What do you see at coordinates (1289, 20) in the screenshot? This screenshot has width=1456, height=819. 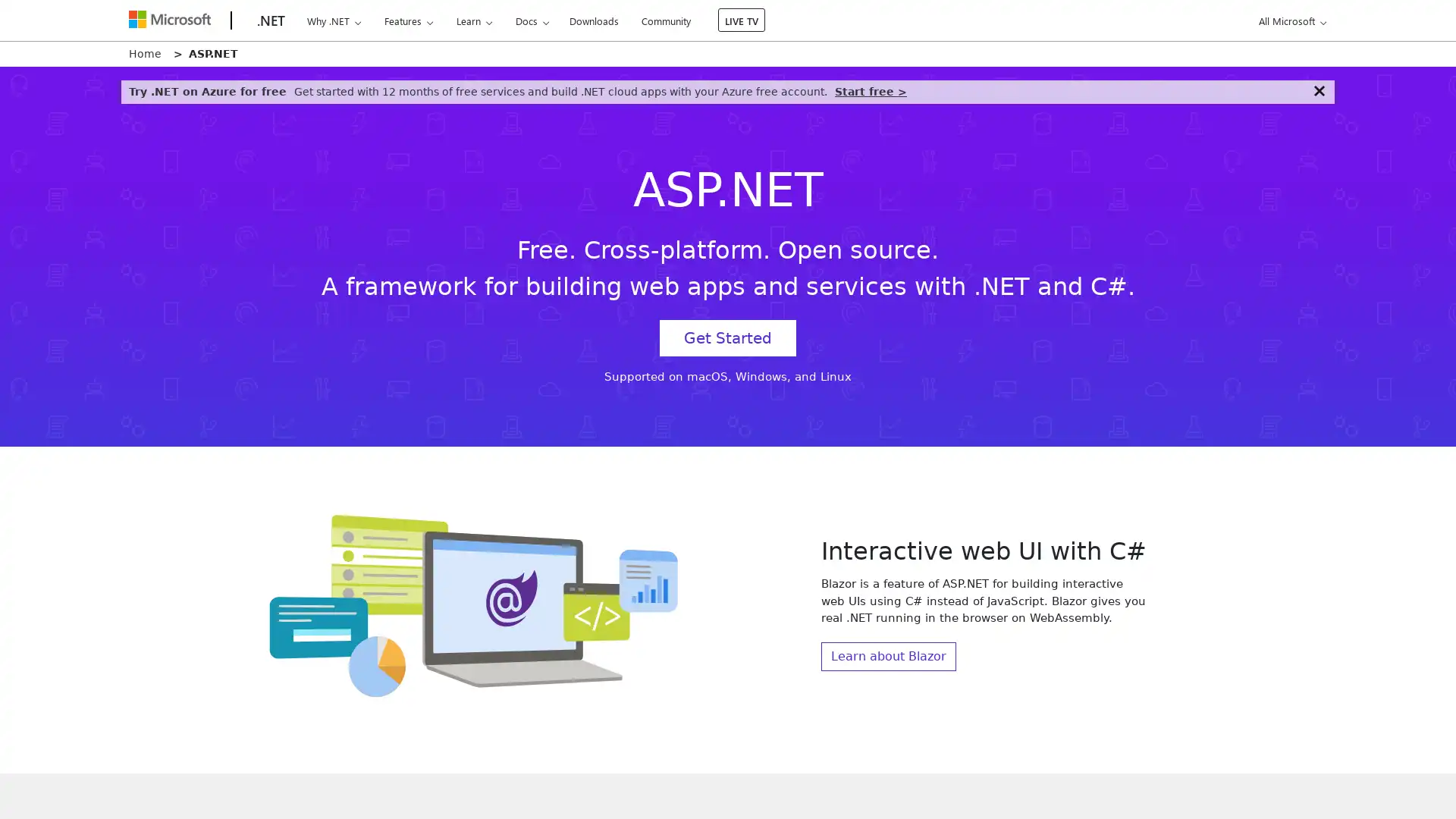 I see `All Microsoft expand to see list of Microsoft products and services` at bounding box center [1289, 20].